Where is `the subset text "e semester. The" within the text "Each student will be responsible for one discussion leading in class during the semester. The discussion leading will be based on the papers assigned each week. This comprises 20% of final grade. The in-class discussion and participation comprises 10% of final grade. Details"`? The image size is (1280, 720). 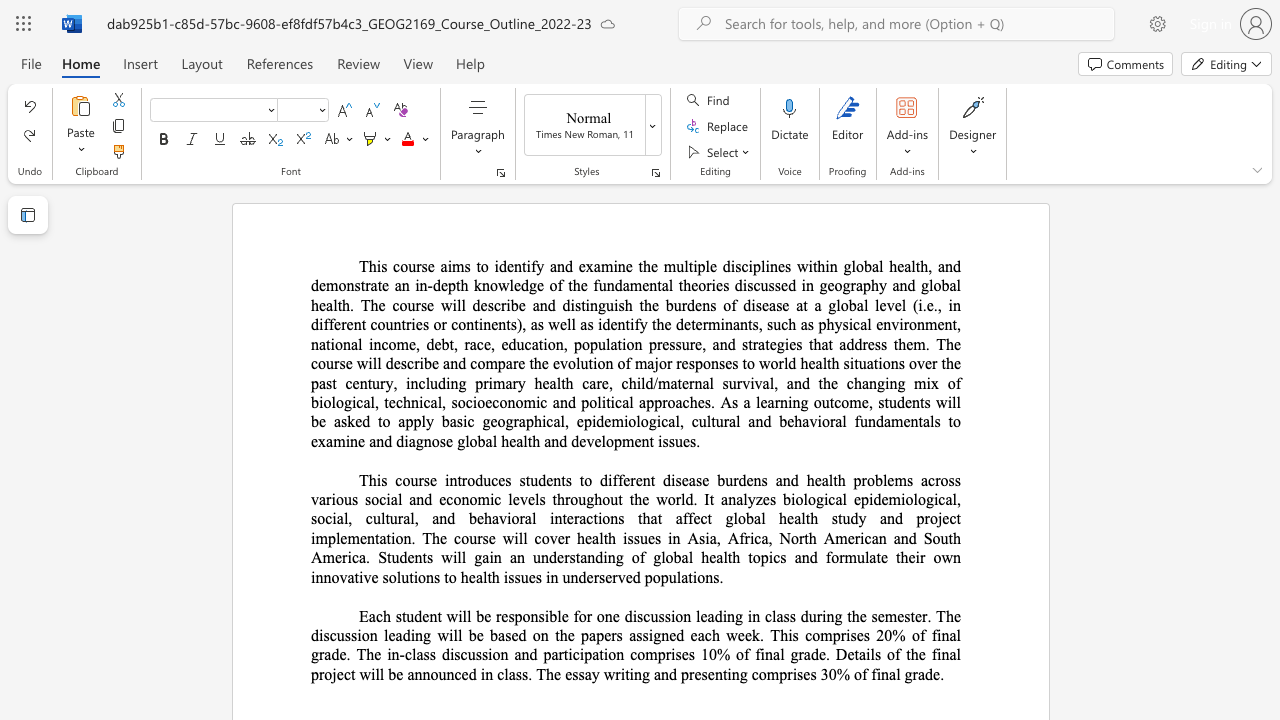 the subset text "e semester. The" within the text "Each student will be responsible for one discussion leading in class during the semester. The discussion leading will be based on the papers assigned each week. This comprises 20% of final grade. The in-class discussion and participation comprises 10% of final grade. Details" is located at coordinates (859, 615).